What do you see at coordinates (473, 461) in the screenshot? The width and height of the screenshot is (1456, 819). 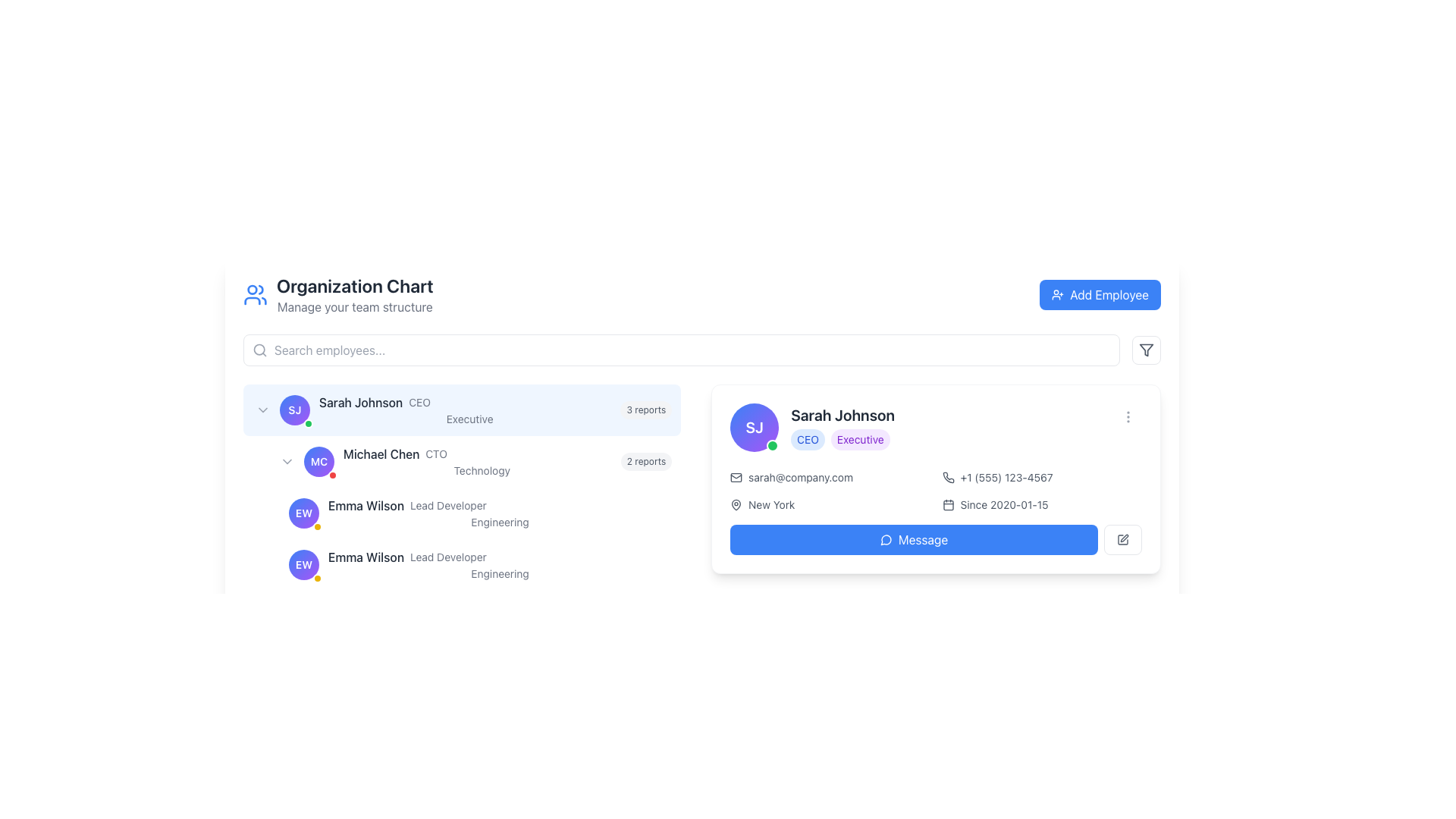 I see `the organizational chart list item for 'Michael Chen CTO'` at bounding box center [473, 461].